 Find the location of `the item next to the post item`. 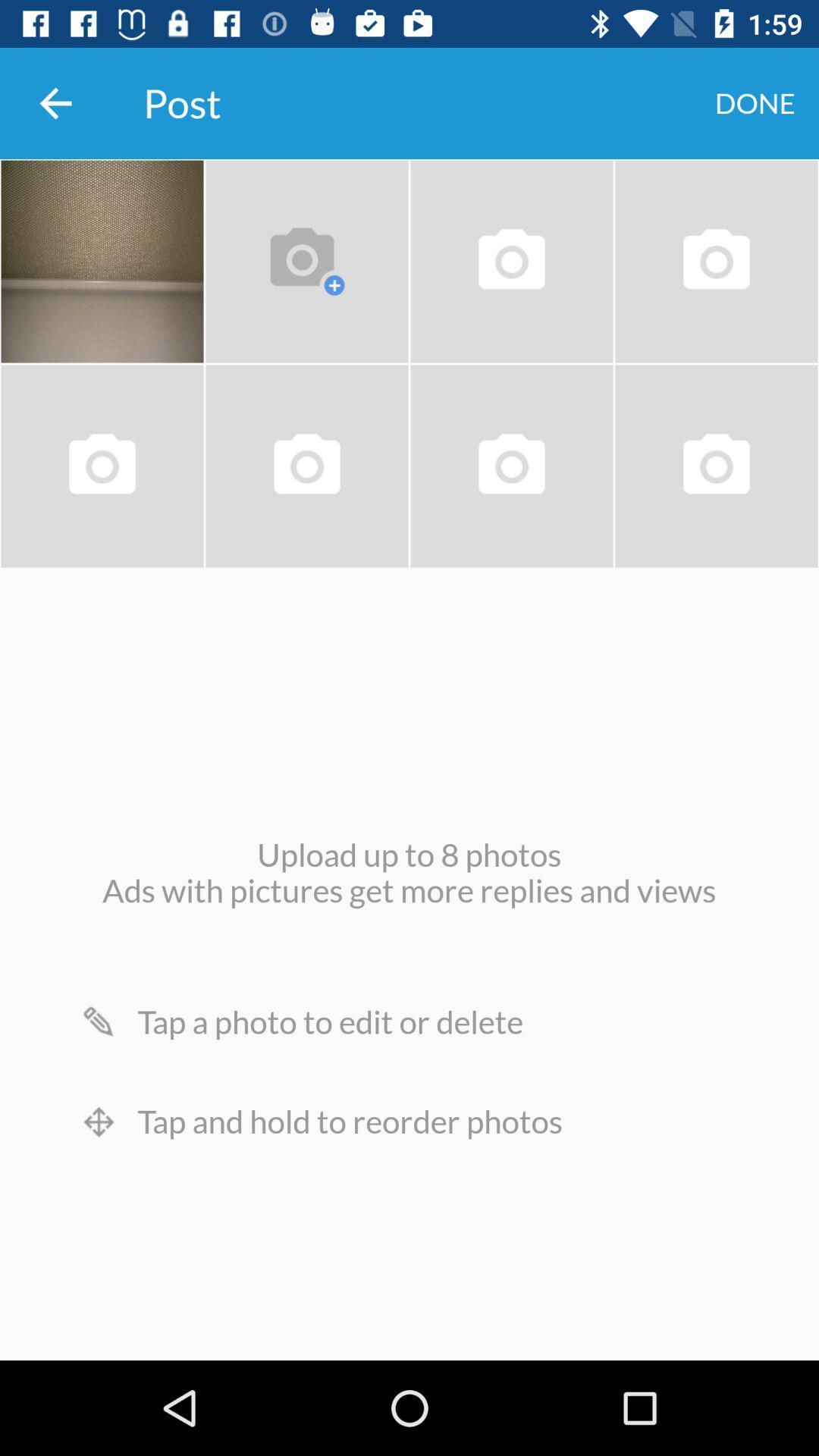

the item next to the post item is located at coordinates (55, 102).